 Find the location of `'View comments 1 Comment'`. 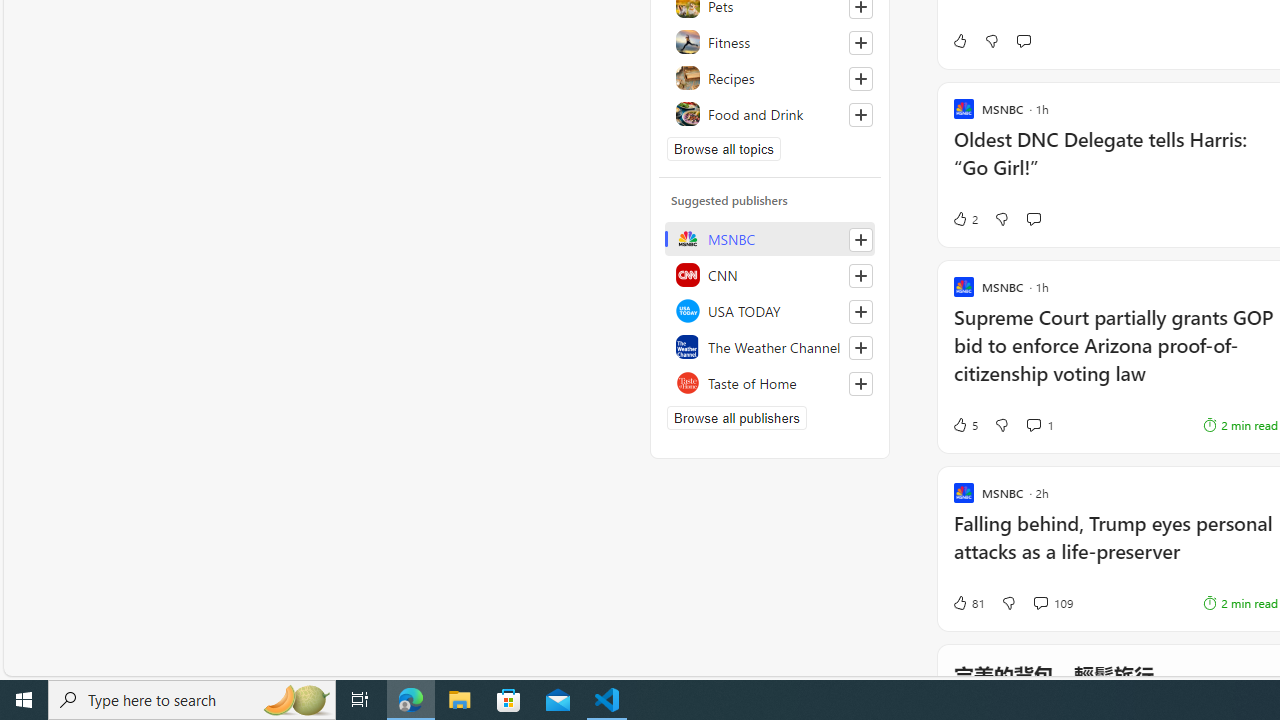

'View comments 1 Comment' is located at coordinates (1040, 424).